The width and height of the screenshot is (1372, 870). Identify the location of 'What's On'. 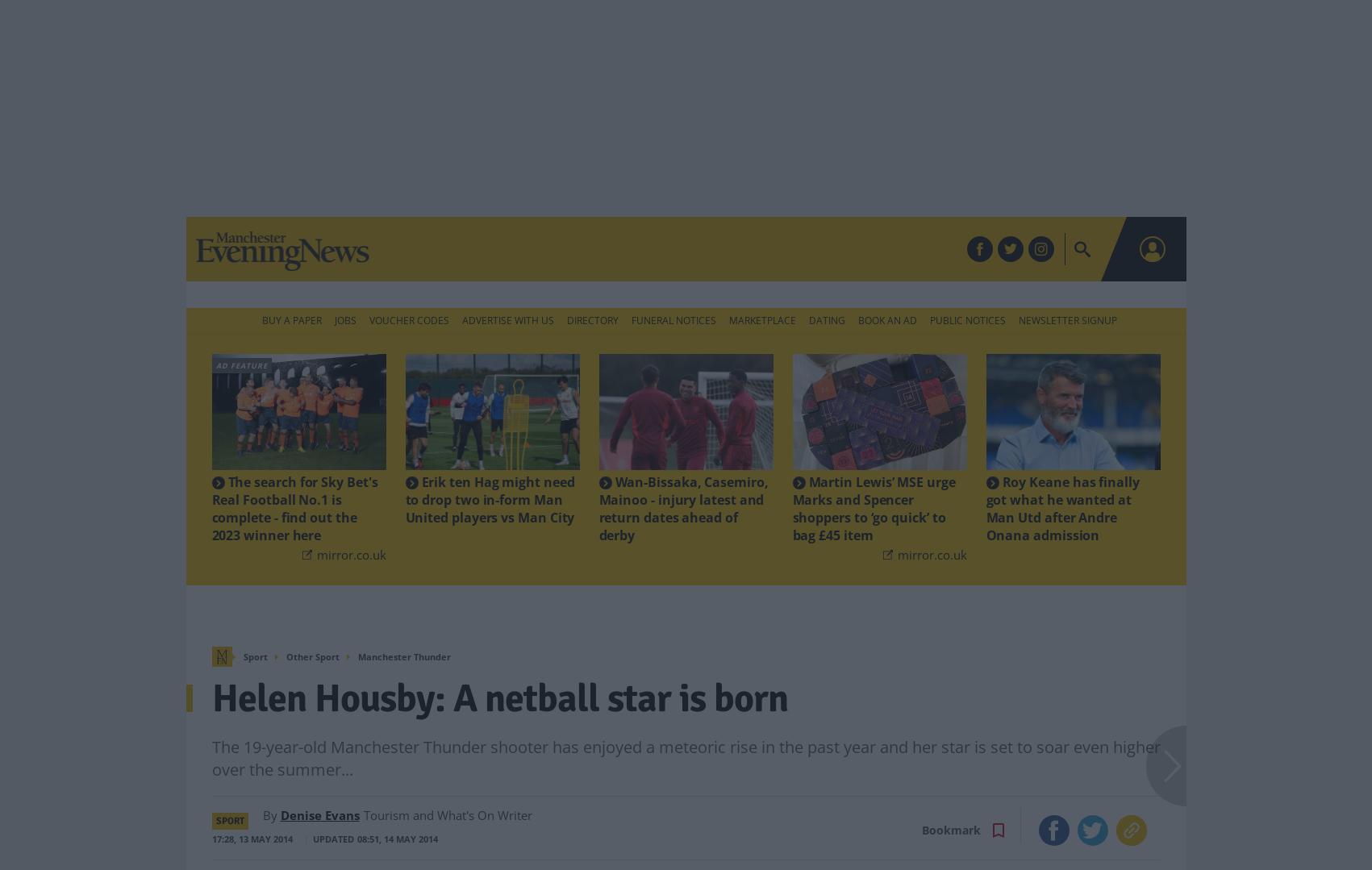
(747, 249).